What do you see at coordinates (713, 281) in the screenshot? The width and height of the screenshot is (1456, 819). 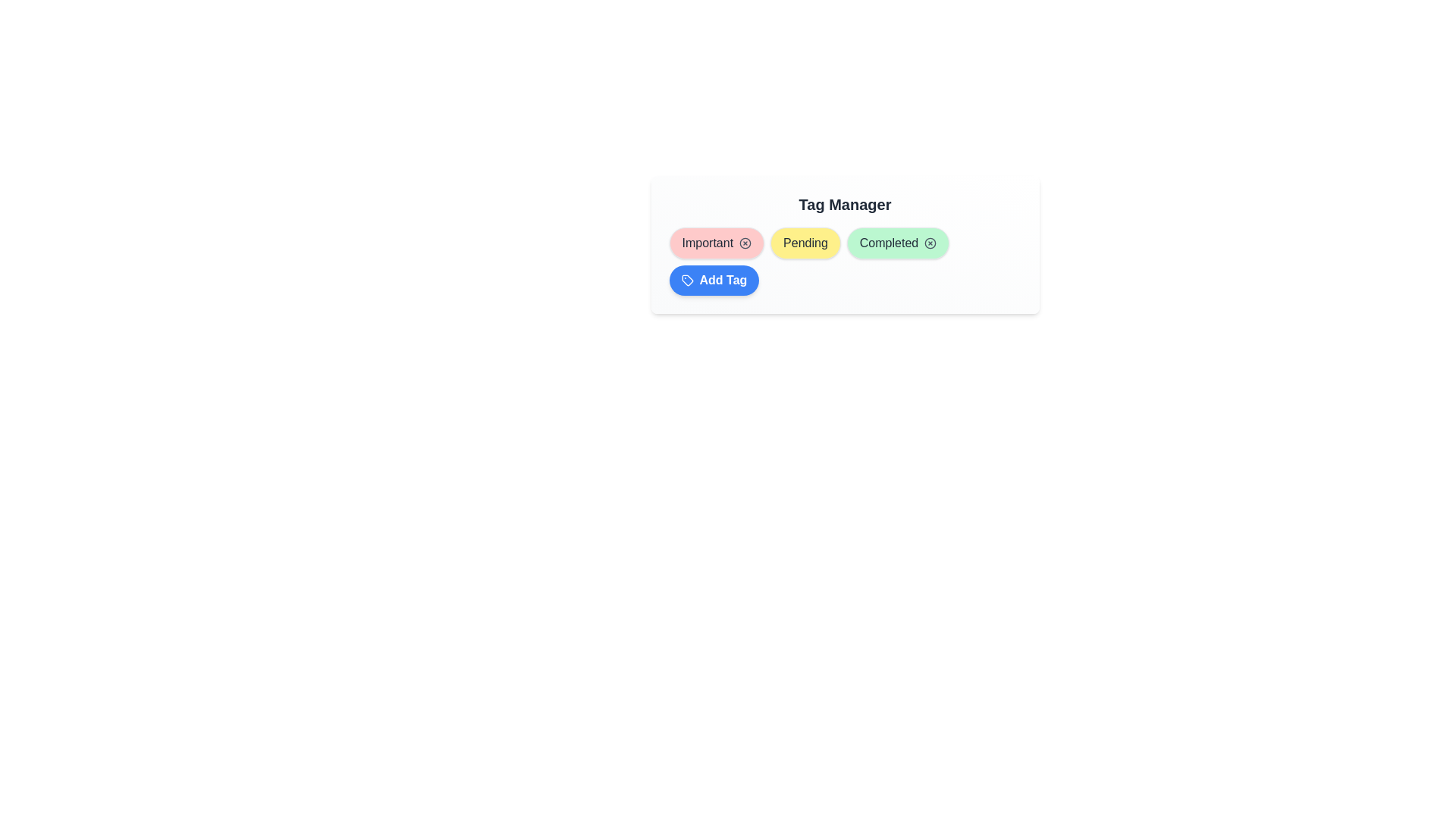 I see `the 'Add Tag' button to see the hover effect` at bounding box center [713, 281].